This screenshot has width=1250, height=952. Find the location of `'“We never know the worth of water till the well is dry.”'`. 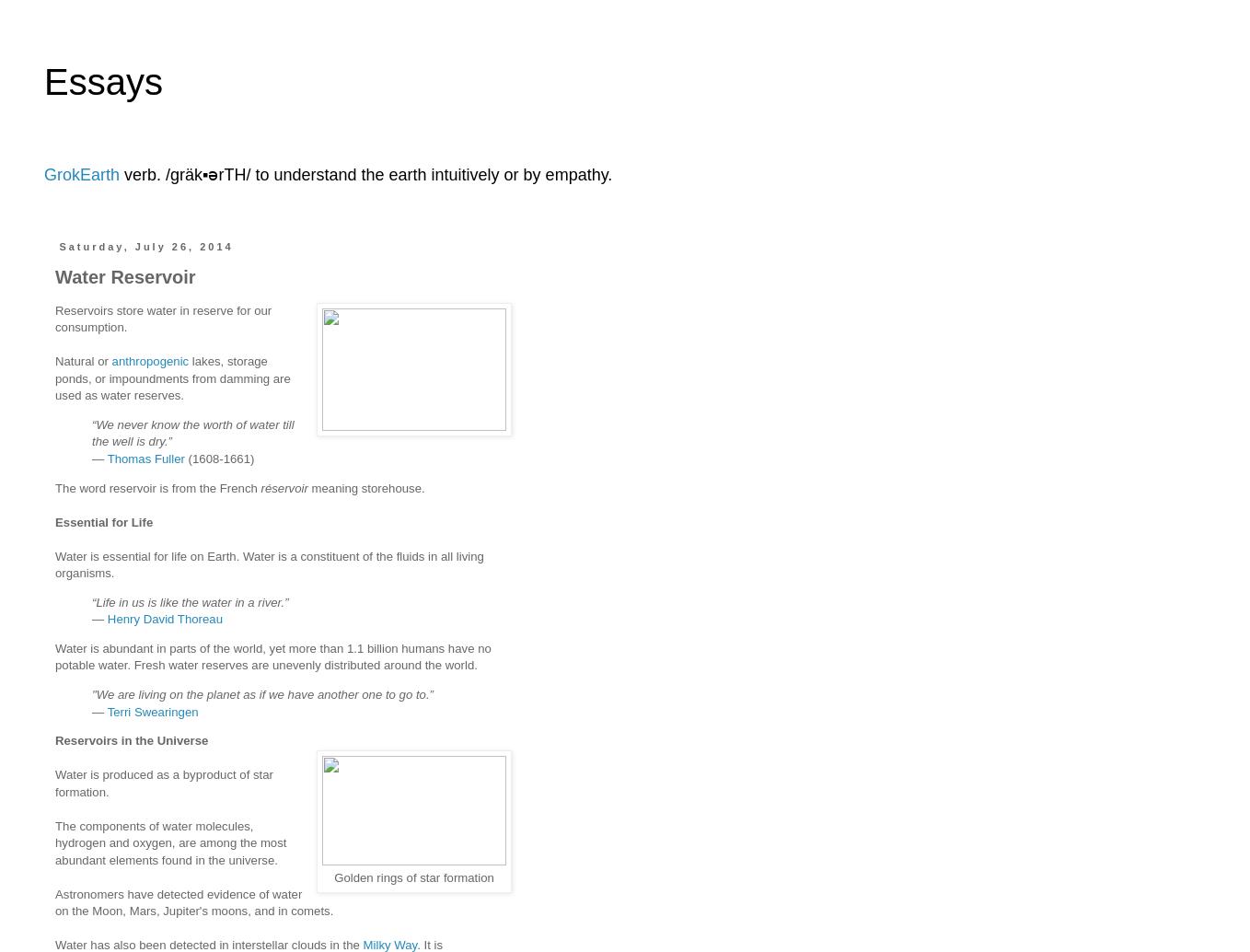

'“We never know the worth of water till the well is dry.”' is located at coordinates (191, 432).